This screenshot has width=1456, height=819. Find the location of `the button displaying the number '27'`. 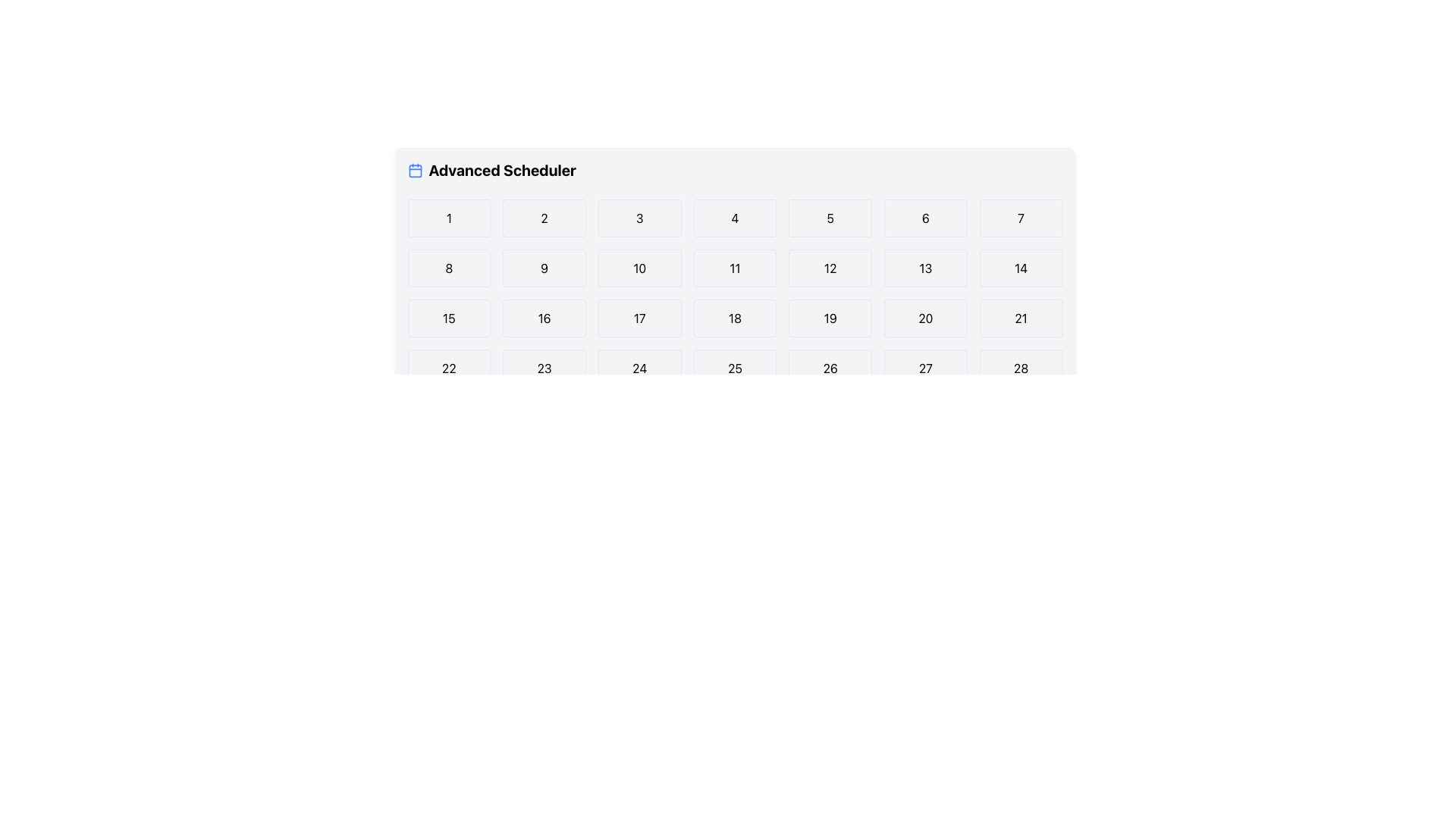

the button displaying the number '27' is located at coordinates (924, 369).